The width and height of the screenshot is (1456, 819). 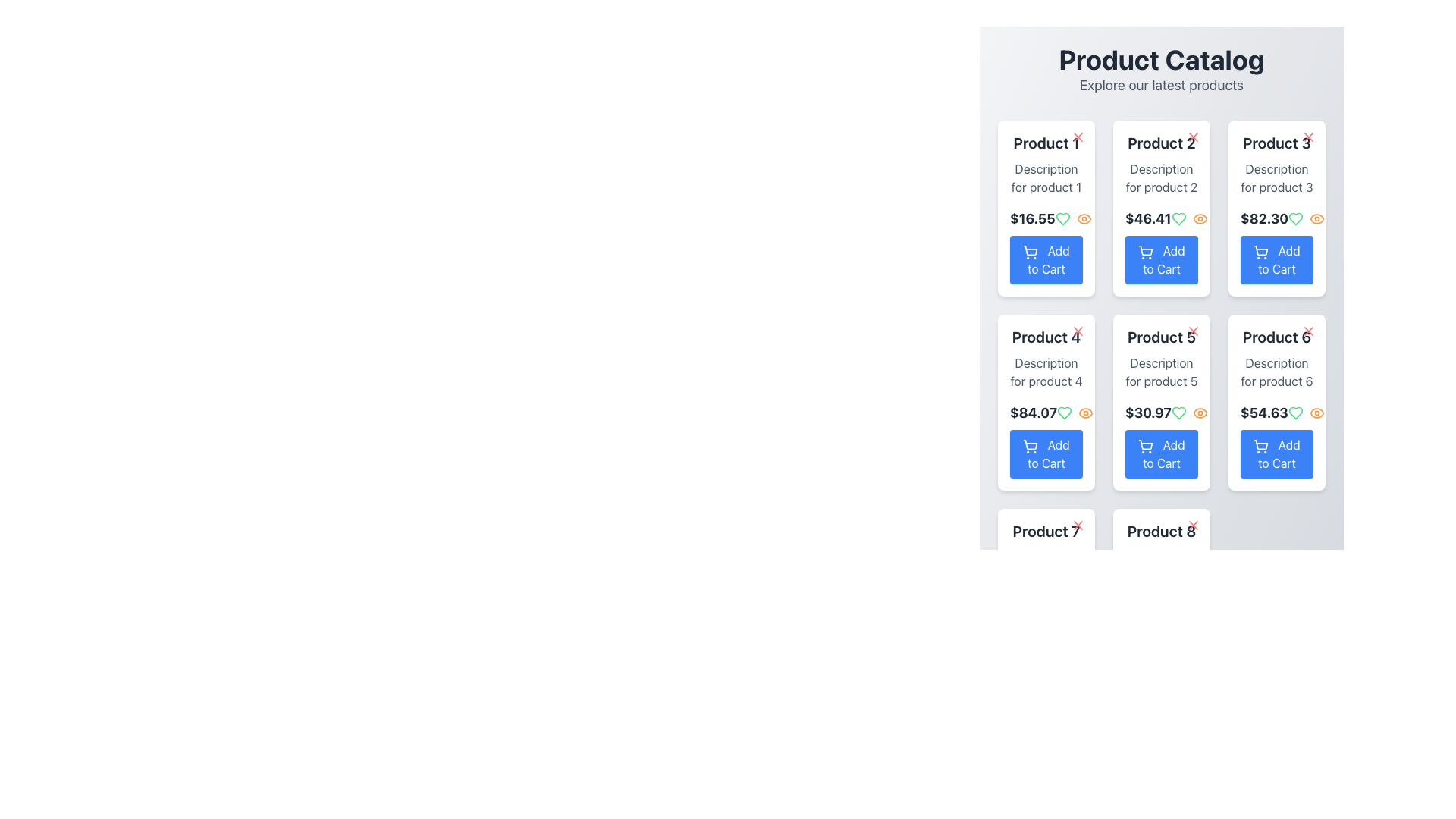 What do you see at coordinates (1276, 208) in the screenshot?
I see `the 'Add to Cart' button on the Product Card for 'Product 3', which is located in the third column of the first row in the product grid` at bounding box center [1276, 208].